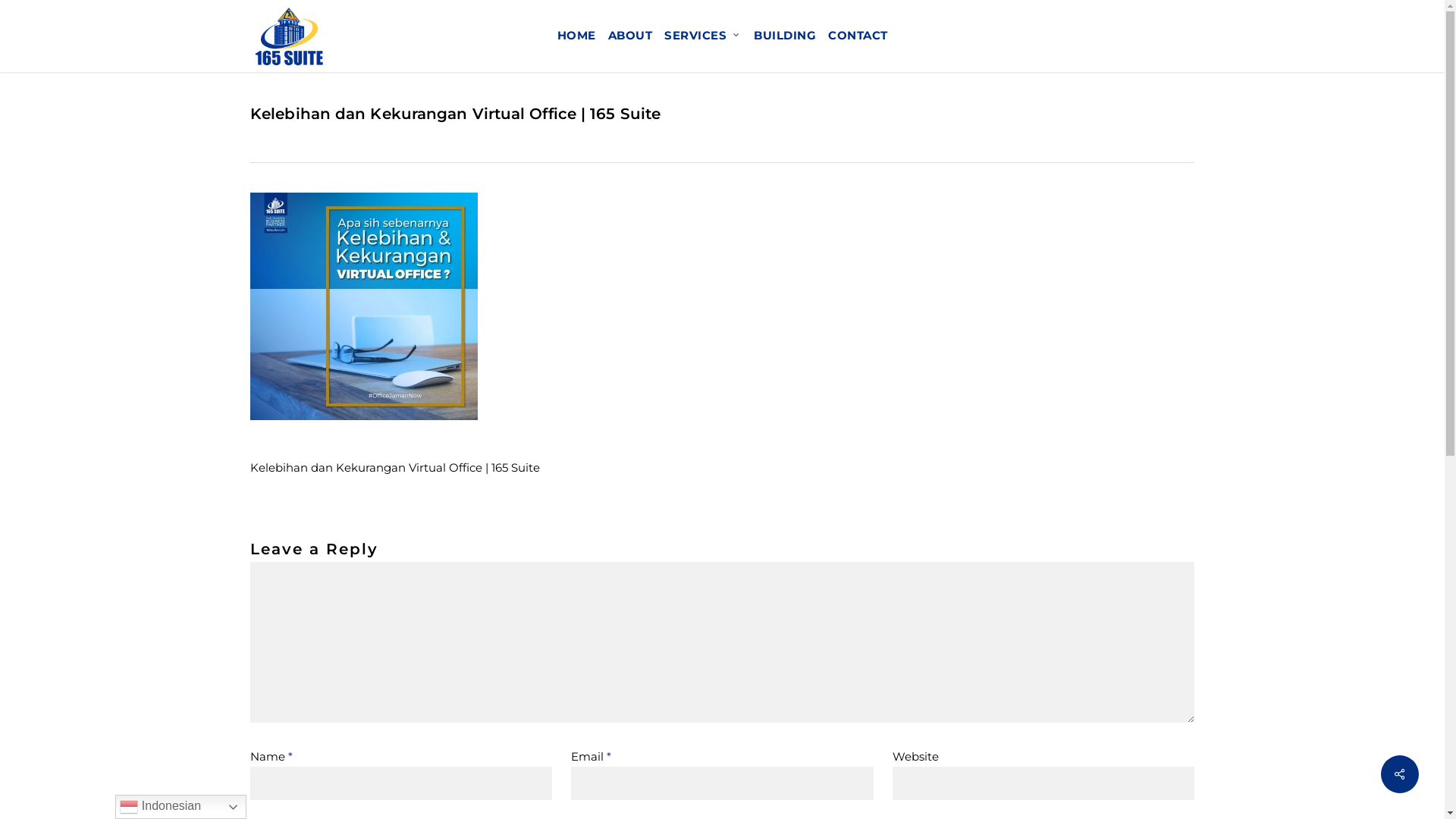  What do you see at coordinates (658, 35) in the screenshot?
I see `'SERVICES'` at bounding box center [658, 35].